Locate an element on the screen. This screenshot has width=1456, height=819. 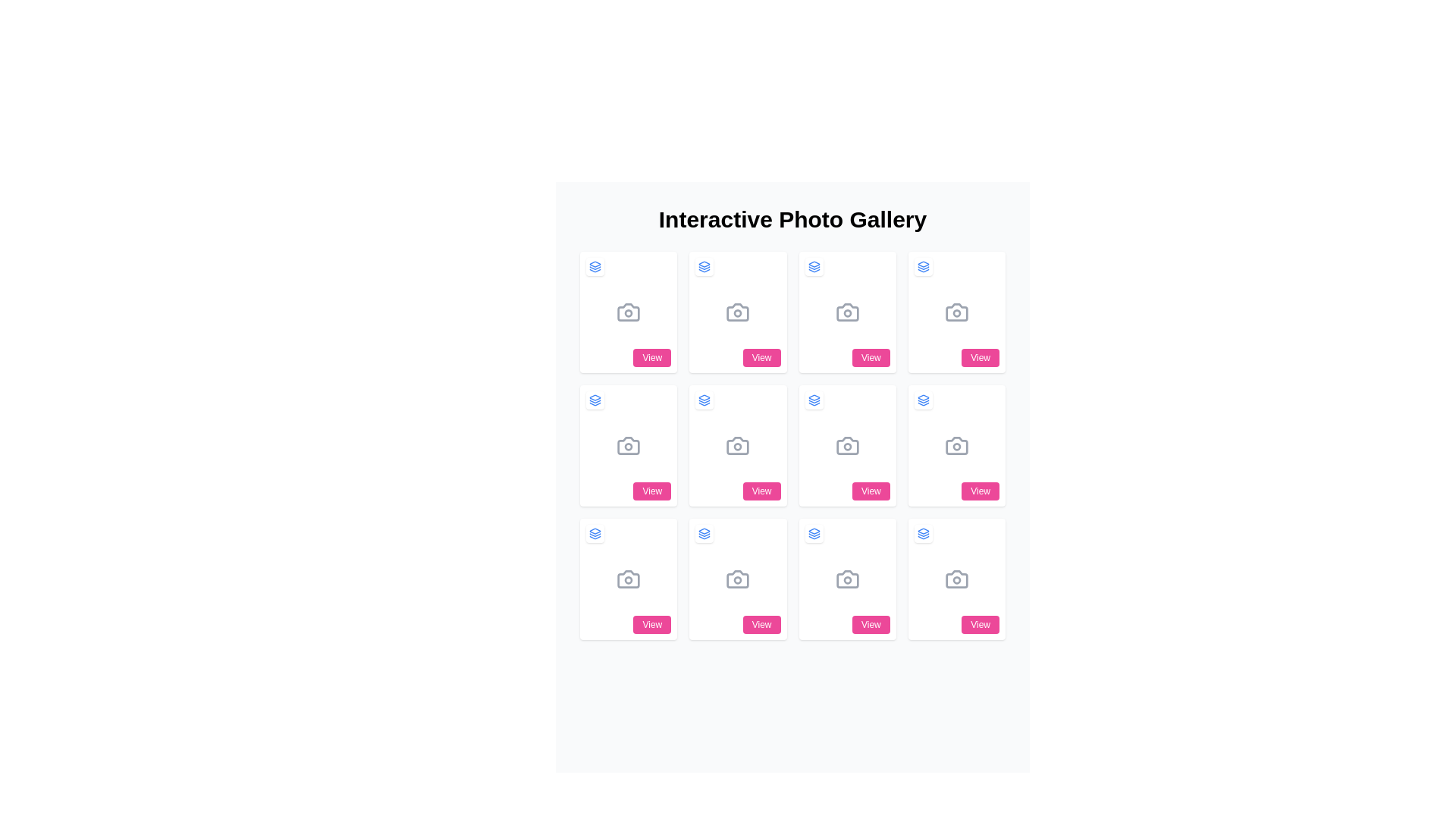
the Icon Button which has a white background, rounded corners, and a blue stack of layers icon, located in the second row and first column of the grid card layout is located at coordinates (595, 400).